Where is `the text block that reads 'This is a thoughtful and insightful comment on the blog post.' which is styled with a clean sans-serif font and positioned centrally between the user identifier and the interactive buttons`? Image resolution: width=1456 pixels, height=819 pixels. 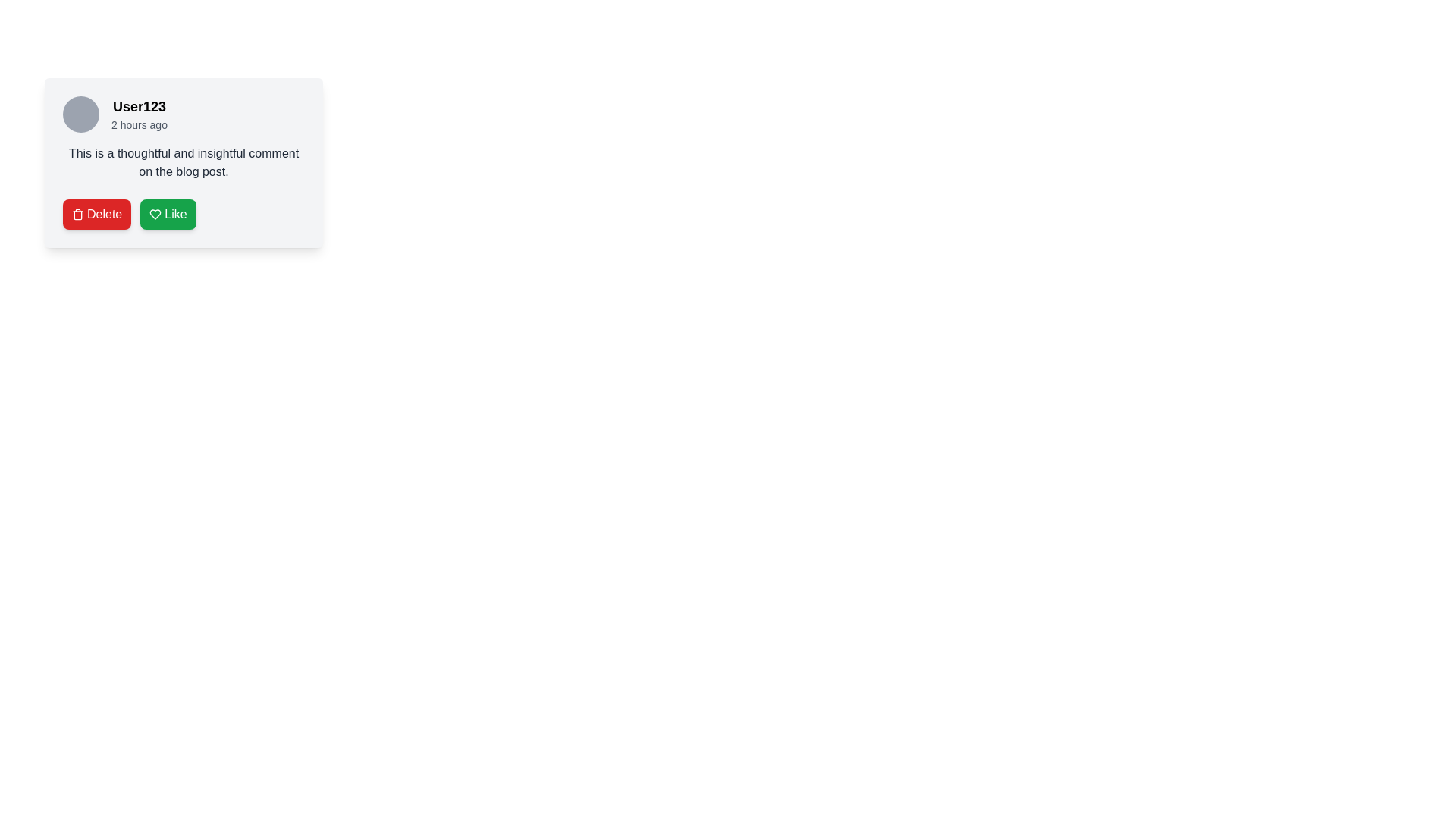 the text block that reads 'This is a thoughtful and insightful comment on the blog post.' which is styled with a clean sans-serif font and positioned centrally between the user identifier and the interactive buttons is located at coordinates (183, 163).